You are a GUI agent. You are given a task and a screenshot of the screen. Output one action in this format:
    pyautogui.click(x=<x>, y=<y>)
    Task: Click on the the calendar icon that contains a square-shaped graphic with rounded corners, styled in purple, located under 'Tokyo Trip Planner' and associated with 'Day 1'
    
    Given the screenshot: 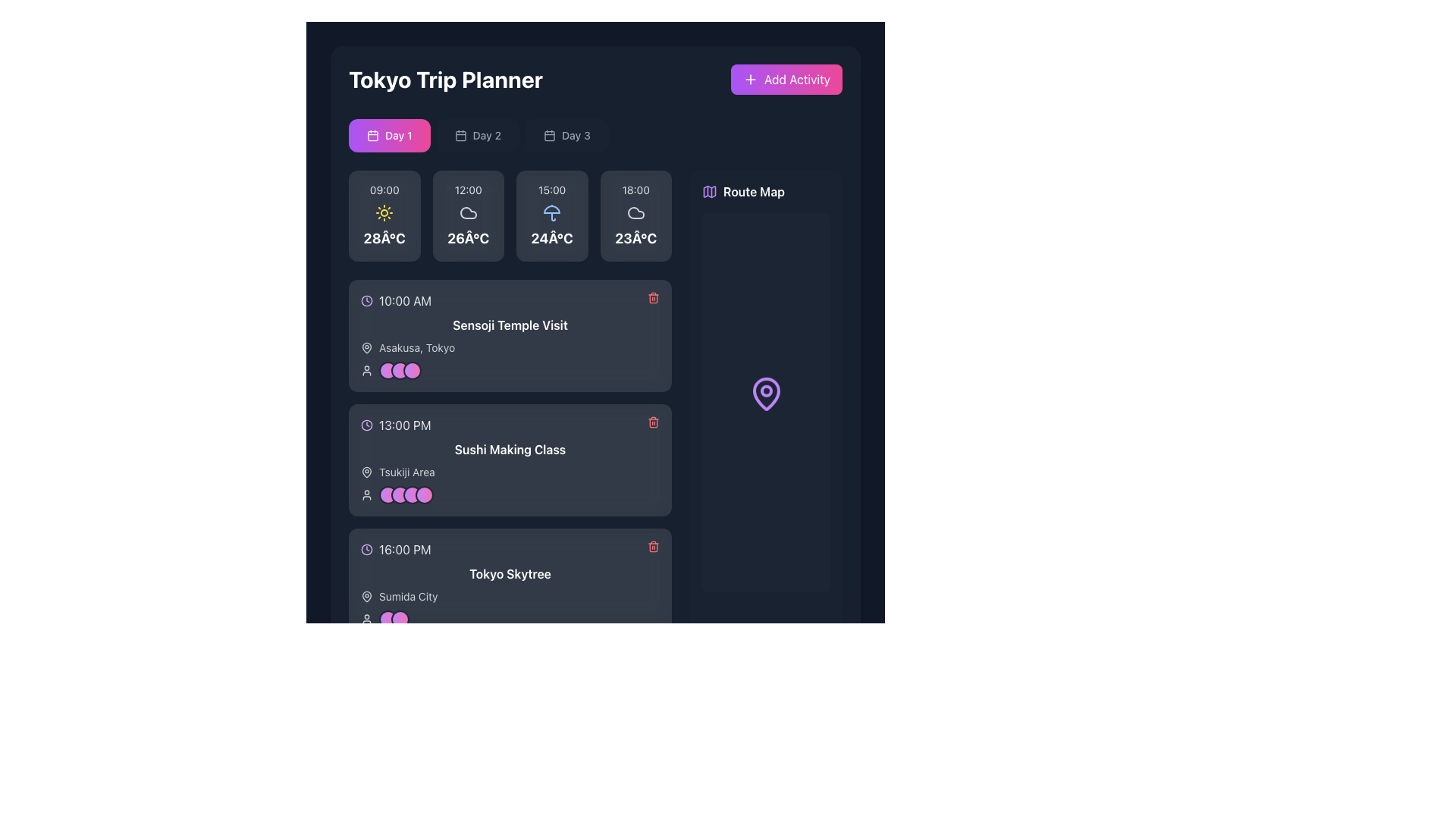 What is the action you would take?
    pyautogui.click(x=372, y=134)
    